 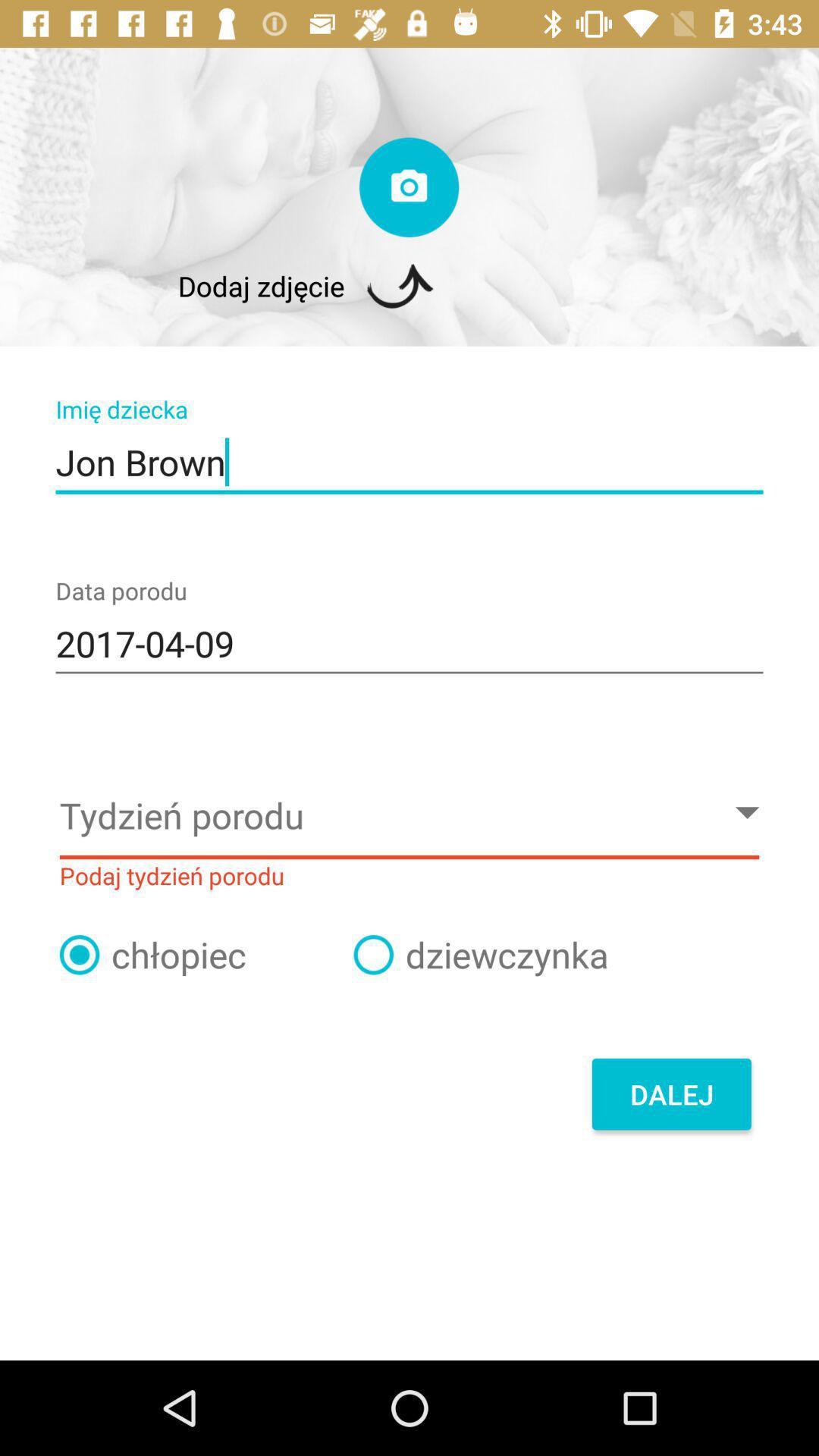 What do you see at coordinates (408, 187) in the screenshot?
I see `take a photo` at bounding box center [408, 187].